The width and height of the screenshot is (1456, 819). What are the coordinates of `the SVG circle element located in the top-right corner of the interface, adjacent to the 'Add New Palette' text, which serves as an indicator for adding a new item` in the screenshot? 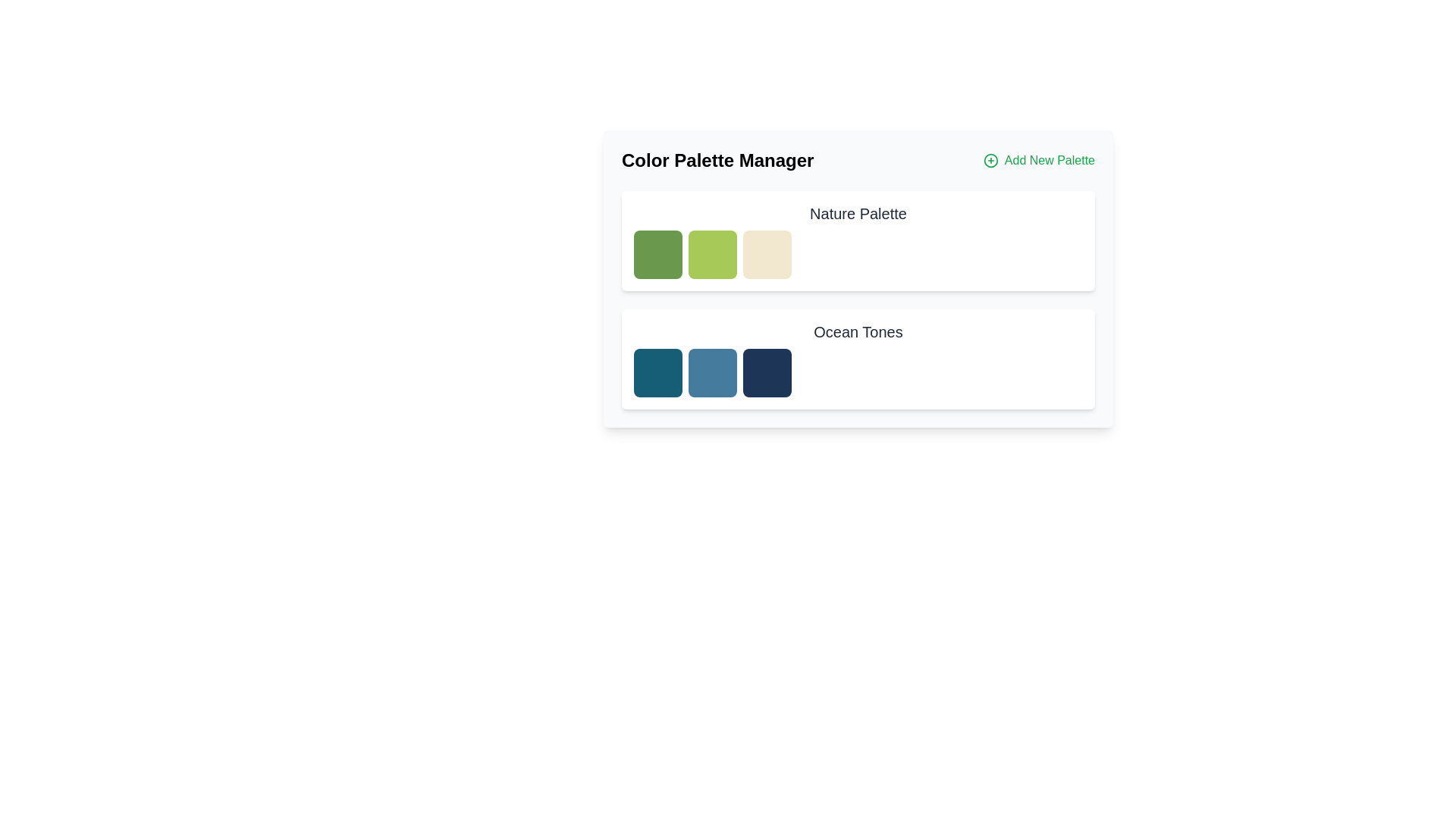 It's located at (990, 161).